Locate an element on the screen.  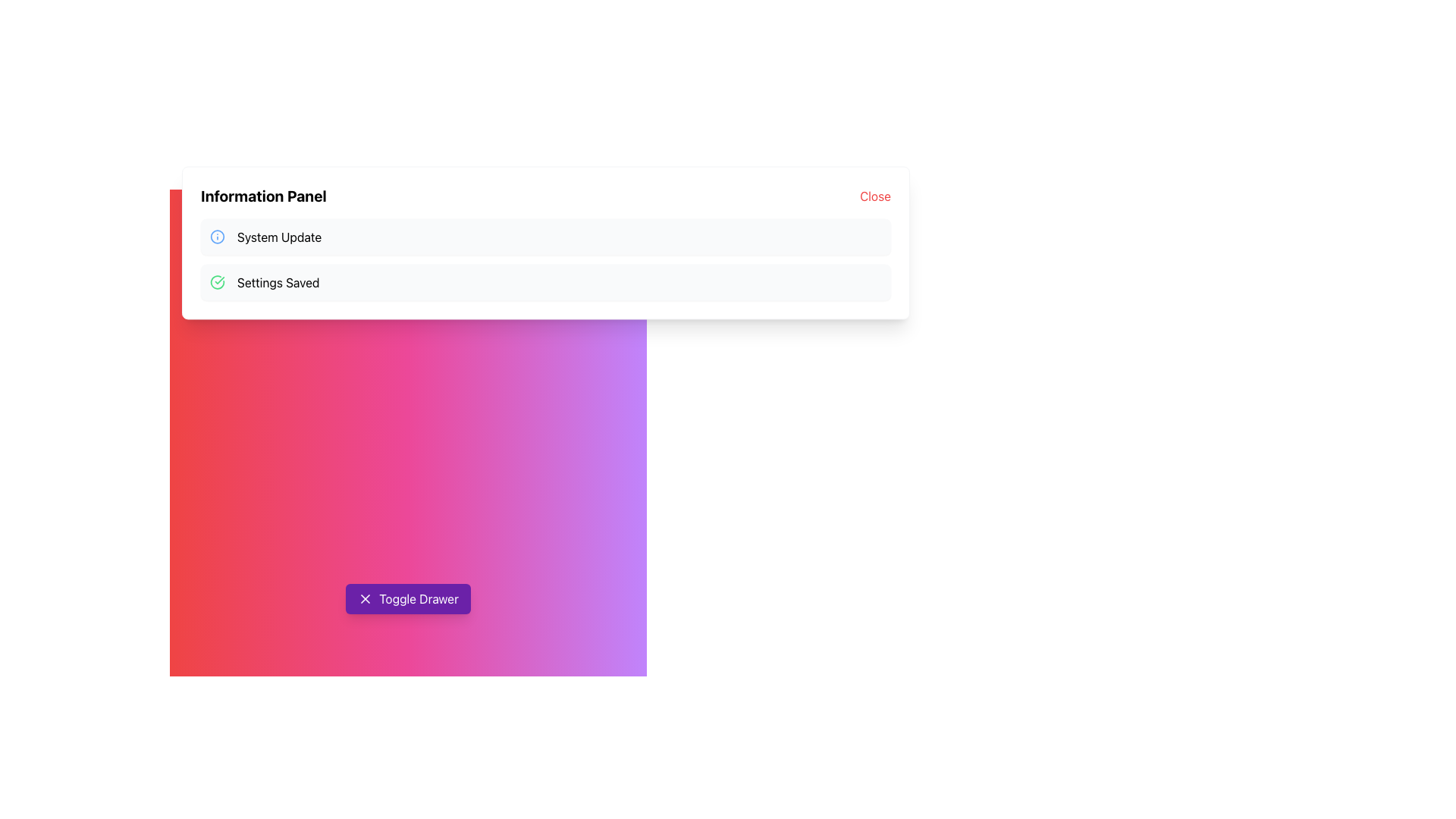
the toggle button for the drawer component located near the bottom center of the interface is located at coordinates (408, 598).